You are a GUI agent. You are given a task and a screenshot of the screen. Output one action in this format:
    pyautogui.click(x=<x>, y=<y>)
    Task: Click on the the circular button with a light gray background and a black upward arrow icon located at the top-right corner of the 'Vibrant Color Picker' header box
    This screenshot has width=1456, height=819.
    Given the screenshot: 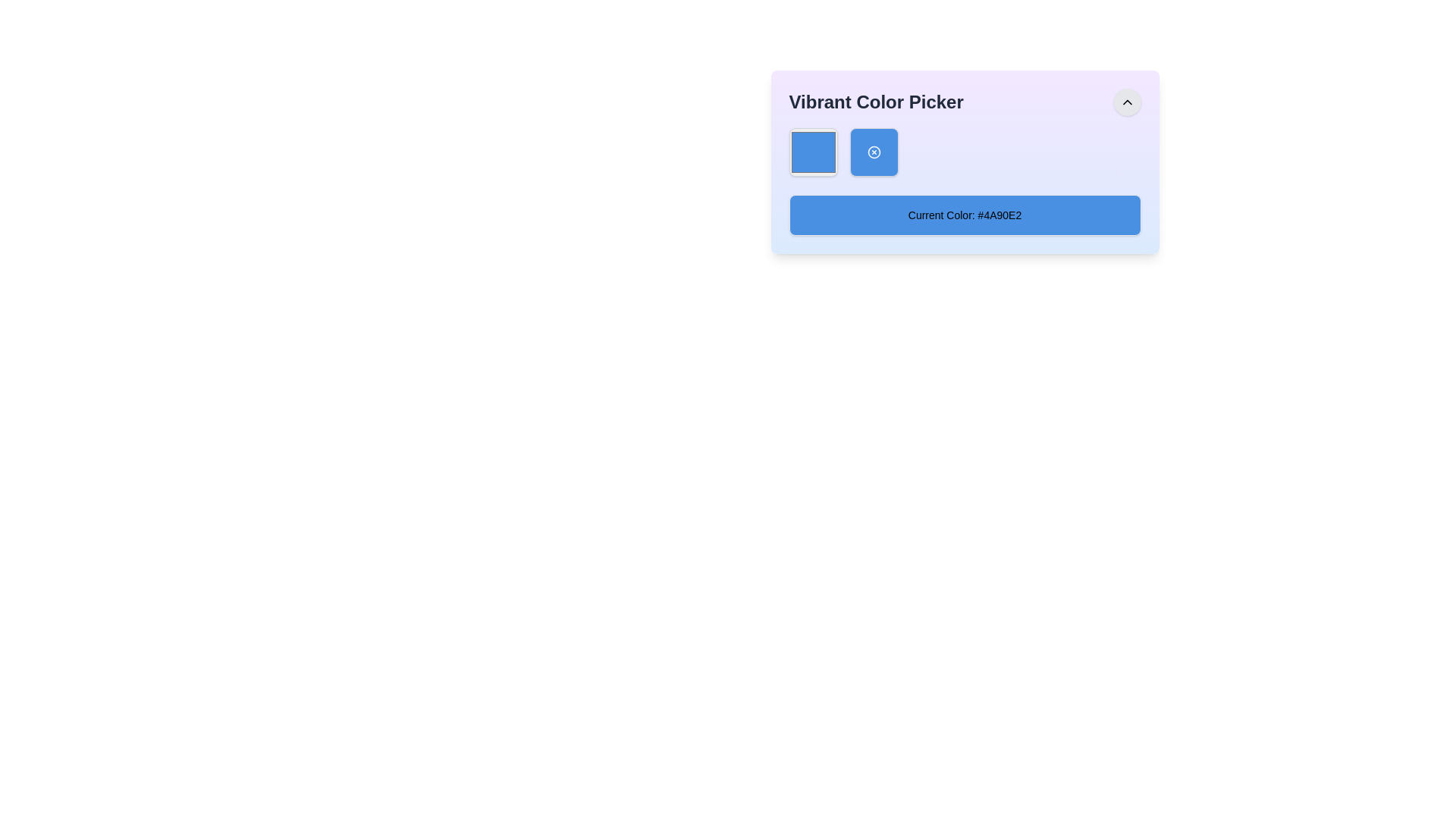 What is the action you would take?
    pyautogui.click(x=1127, y=102)
    